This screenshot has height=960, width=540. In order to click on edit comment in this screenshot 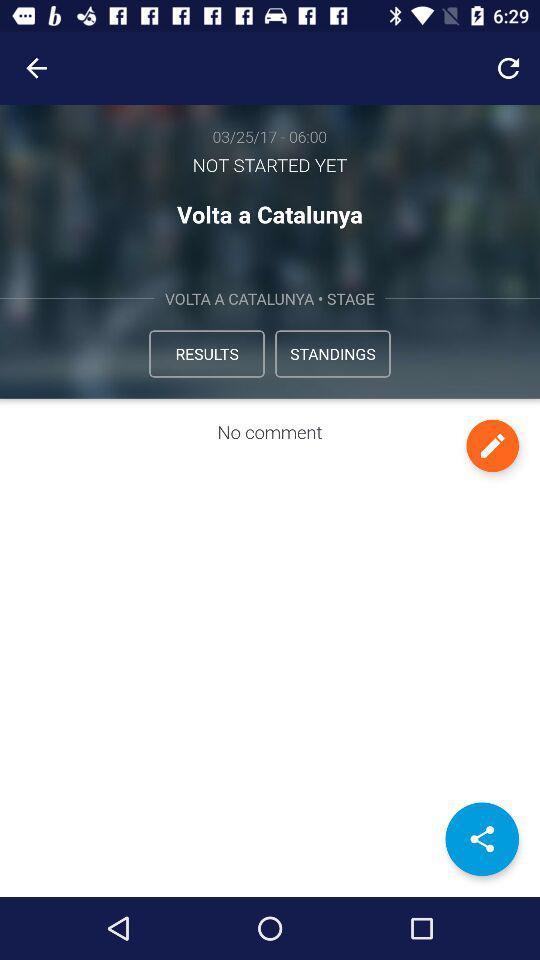, I will do `click(491, 445)`.